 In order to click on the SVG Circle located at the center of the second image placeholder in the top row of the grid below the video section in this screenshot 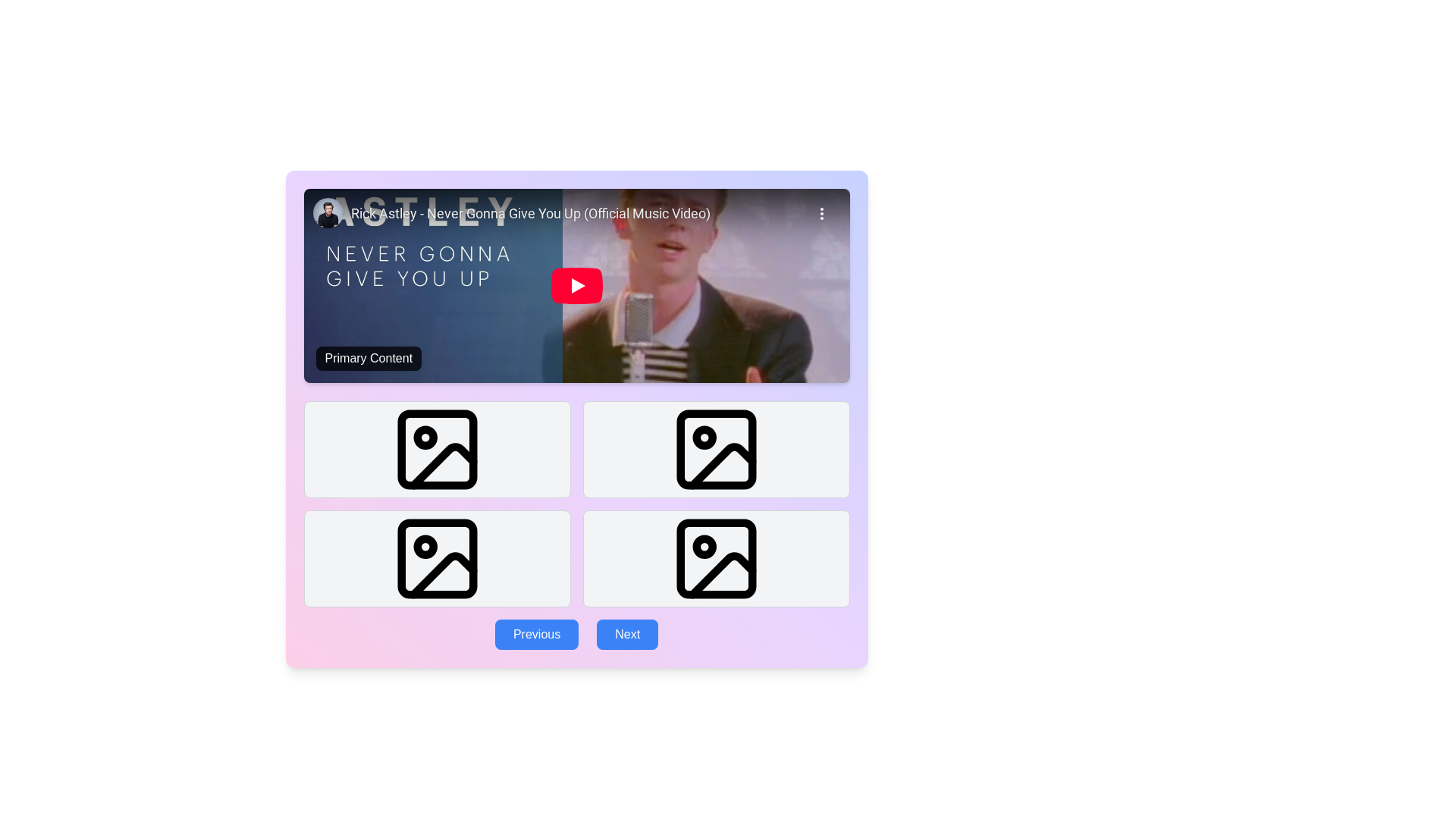, I will do `click(703, 438)`.